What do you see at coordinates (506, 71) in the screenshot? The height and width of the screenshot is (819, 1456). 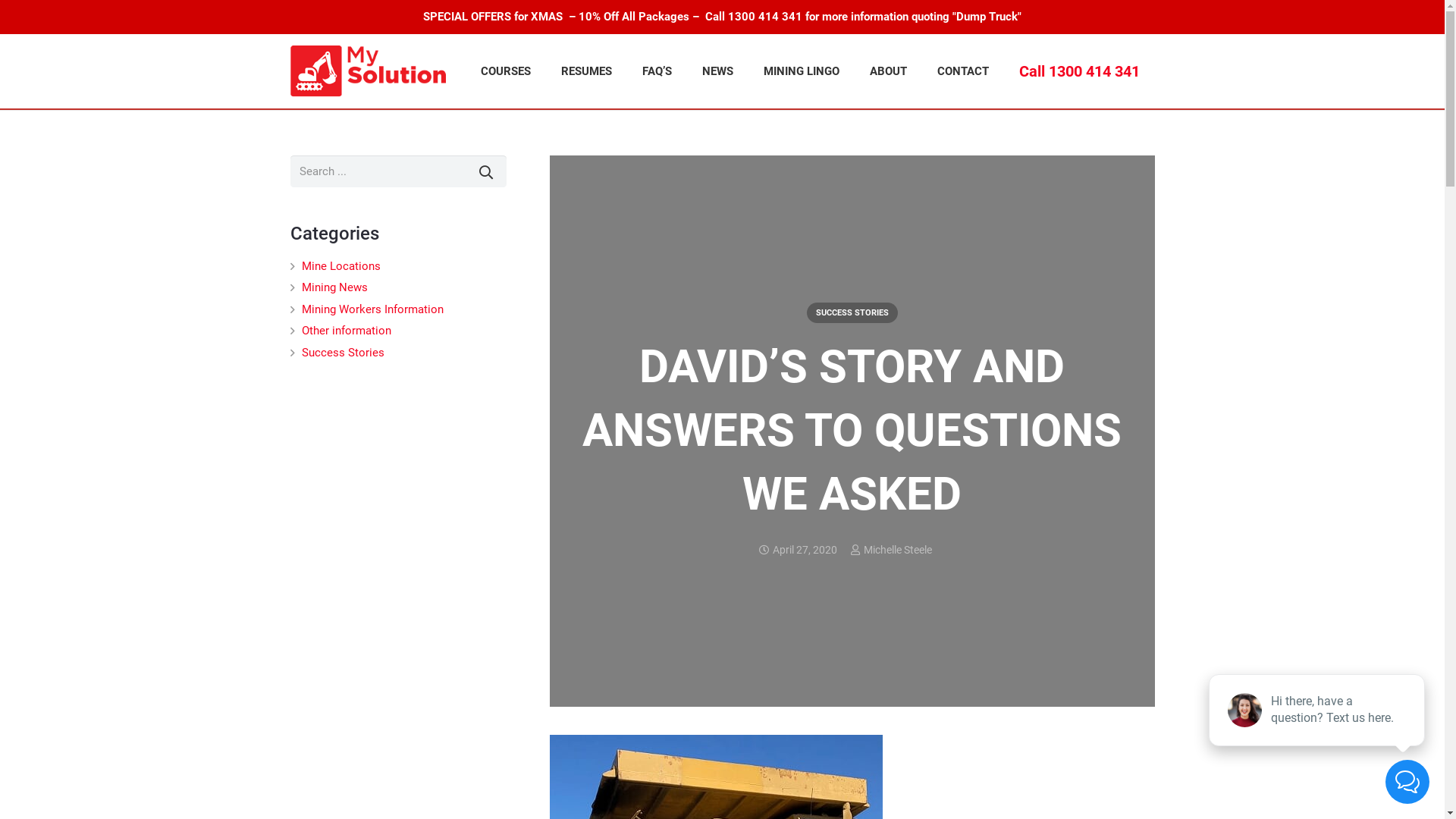 I see `'COURSES'` at bounding box center [506, 71].